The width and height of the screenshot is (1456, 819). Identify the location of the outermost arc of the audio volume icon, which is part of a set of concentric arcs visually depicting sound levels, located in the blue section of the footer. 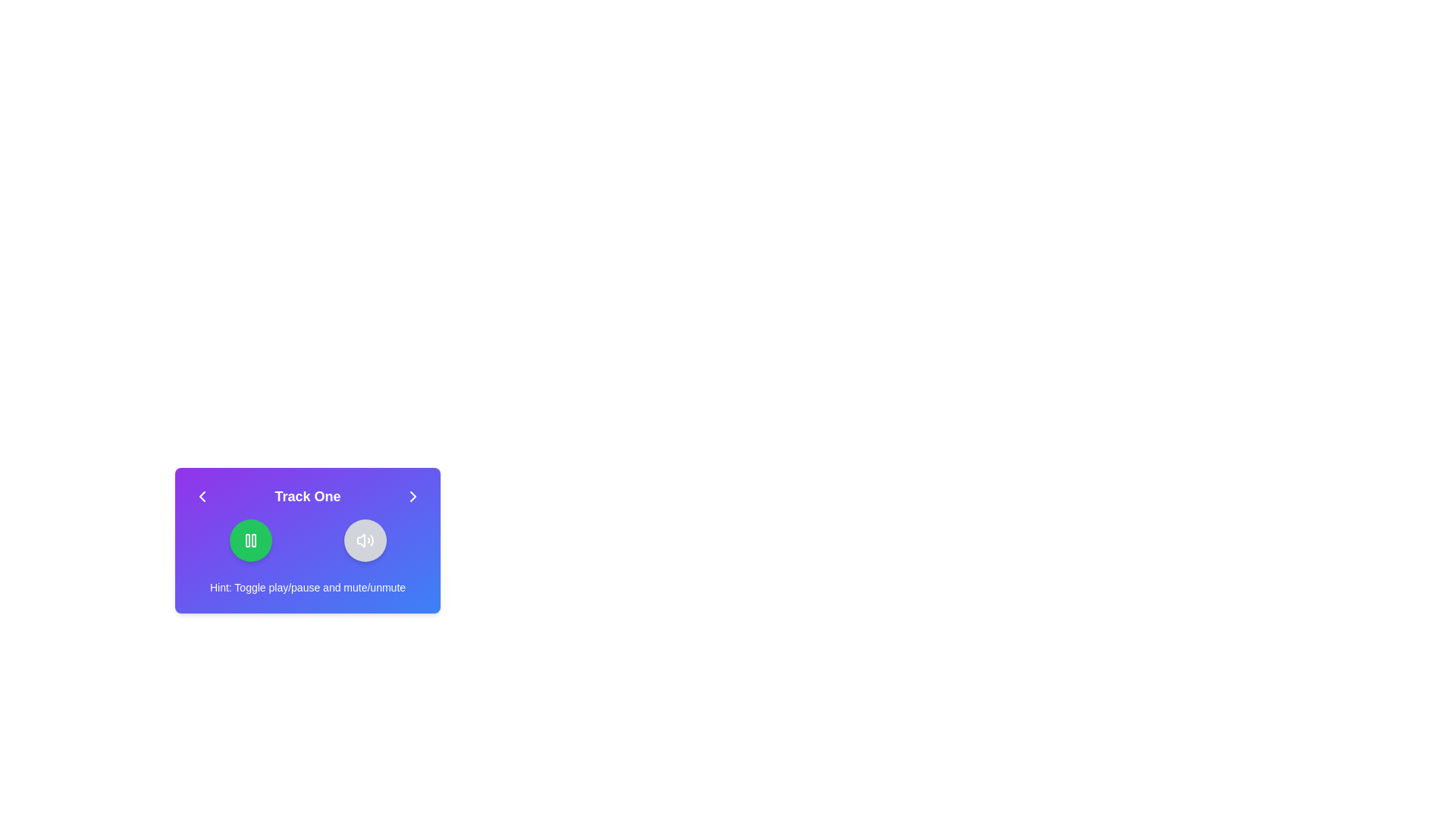
(372, 540).